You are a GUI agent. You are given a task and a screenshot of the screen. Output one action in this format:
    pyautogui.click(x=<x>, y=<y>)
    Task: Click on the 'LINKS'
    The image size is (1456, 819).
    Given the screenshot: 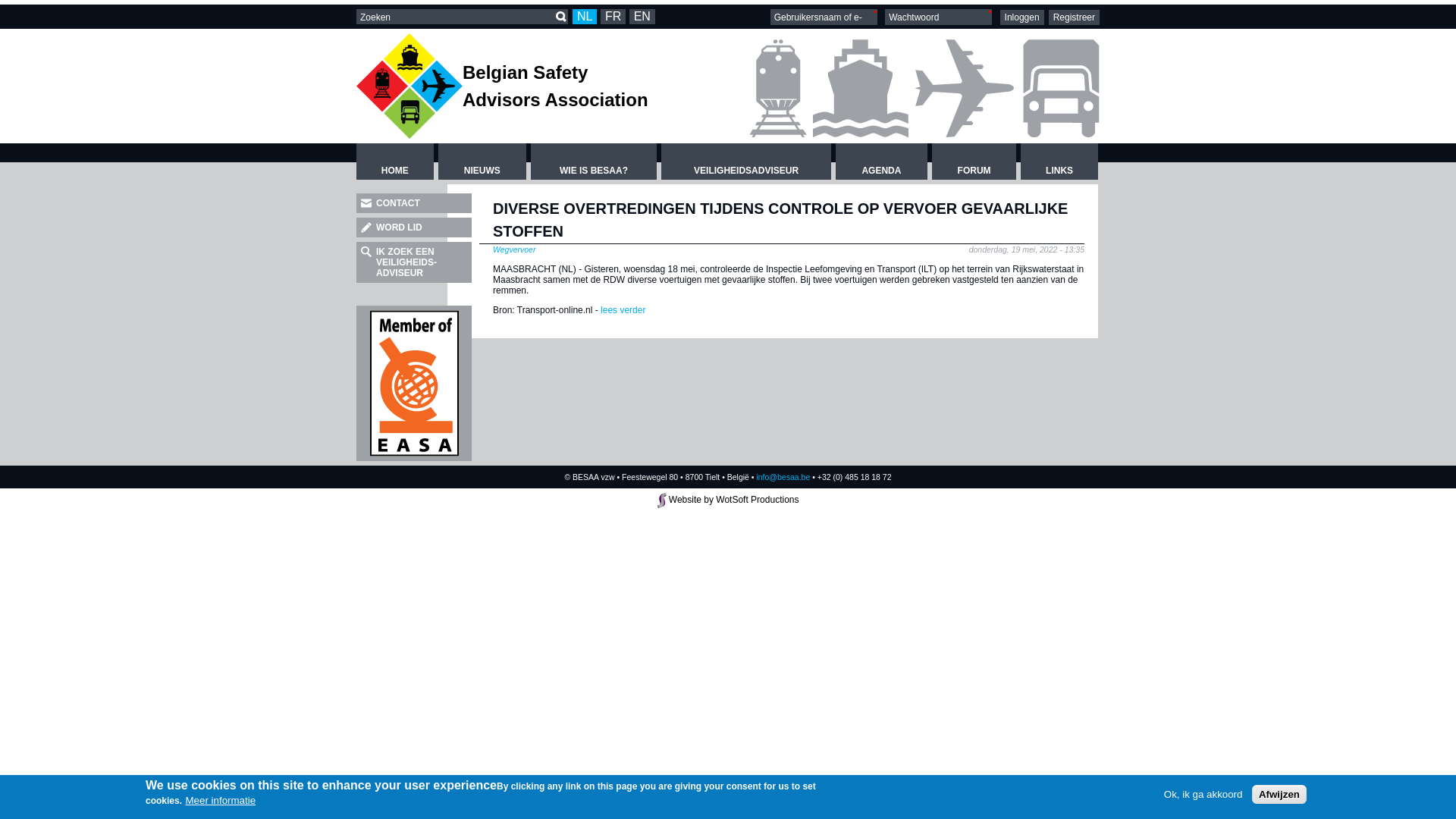 What is the action you would take?
    pyautogui.click(x=1058, y=161)
    